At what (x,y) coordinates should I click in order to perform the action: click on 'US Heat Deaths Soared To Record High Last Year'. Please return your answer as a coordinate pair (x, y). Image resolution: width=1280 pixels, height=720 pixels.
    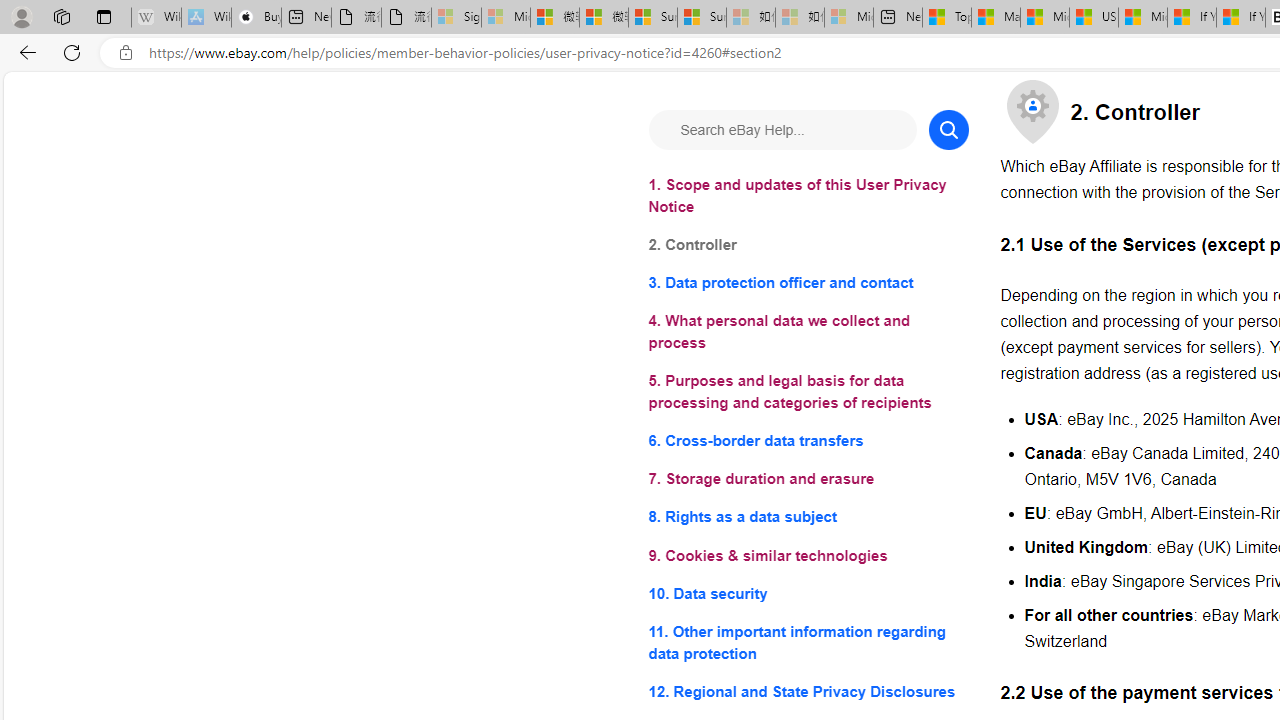
    Looking at the image, I should click on (1092, 17).